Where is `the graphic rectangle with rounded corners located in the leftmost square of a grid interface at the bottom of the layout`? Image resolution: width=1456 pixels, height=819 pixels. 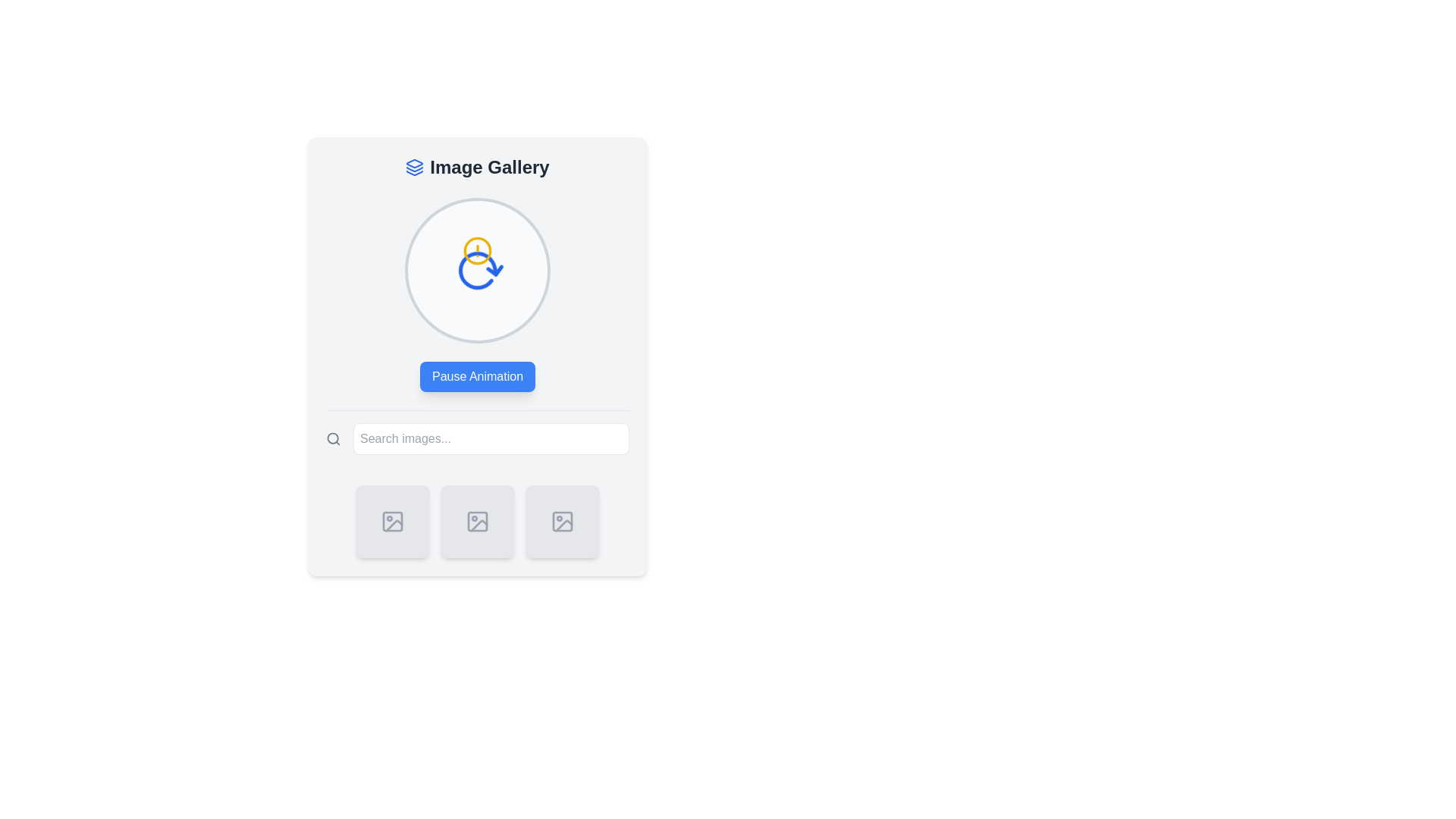
the graphic rectangle with rounded corners located in the leftmost square of a grid interface at the bottom of the layout is located at coordinates (393, 520).